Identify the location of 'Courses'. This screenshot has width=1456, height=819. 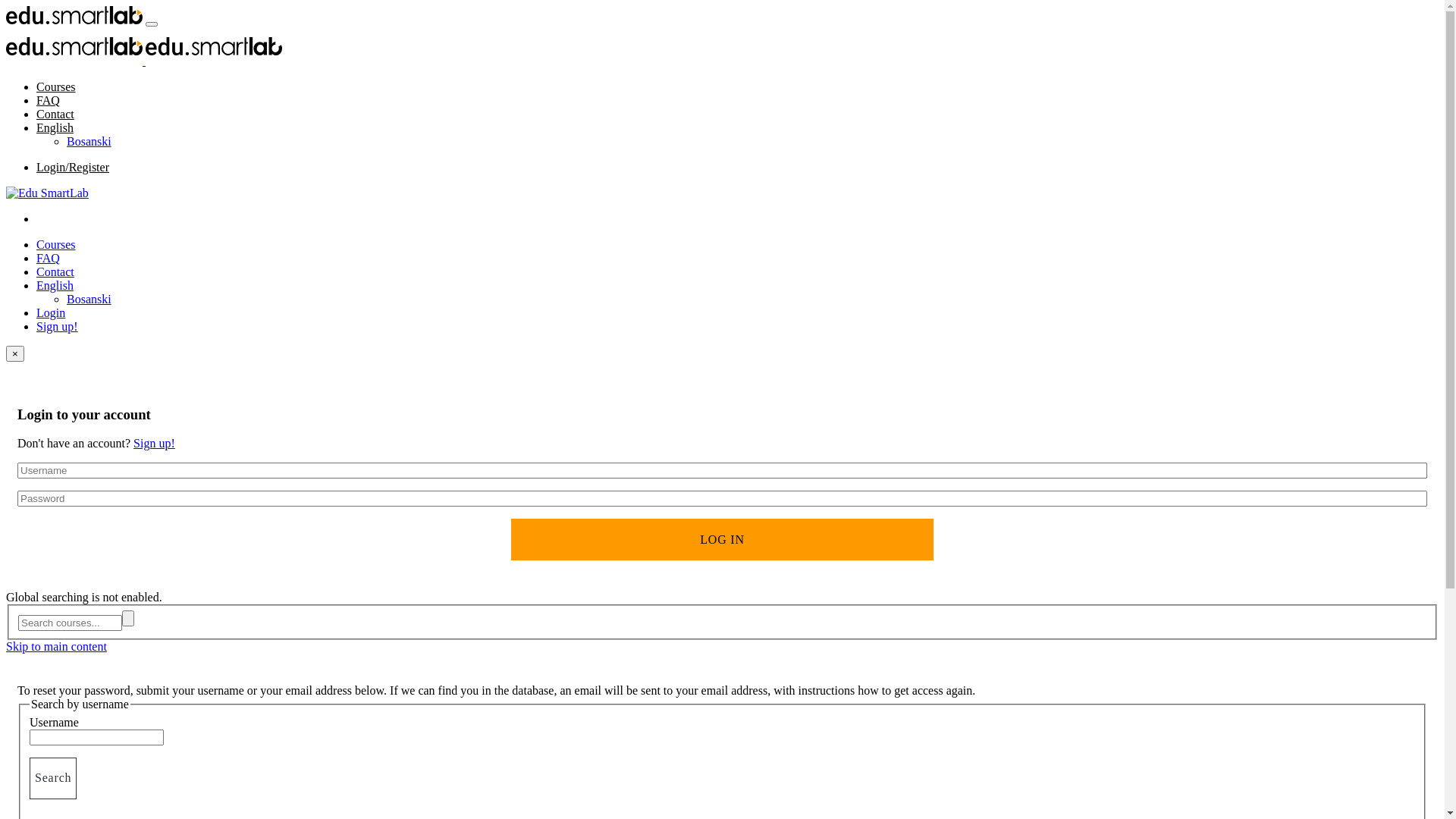
(55, 243).